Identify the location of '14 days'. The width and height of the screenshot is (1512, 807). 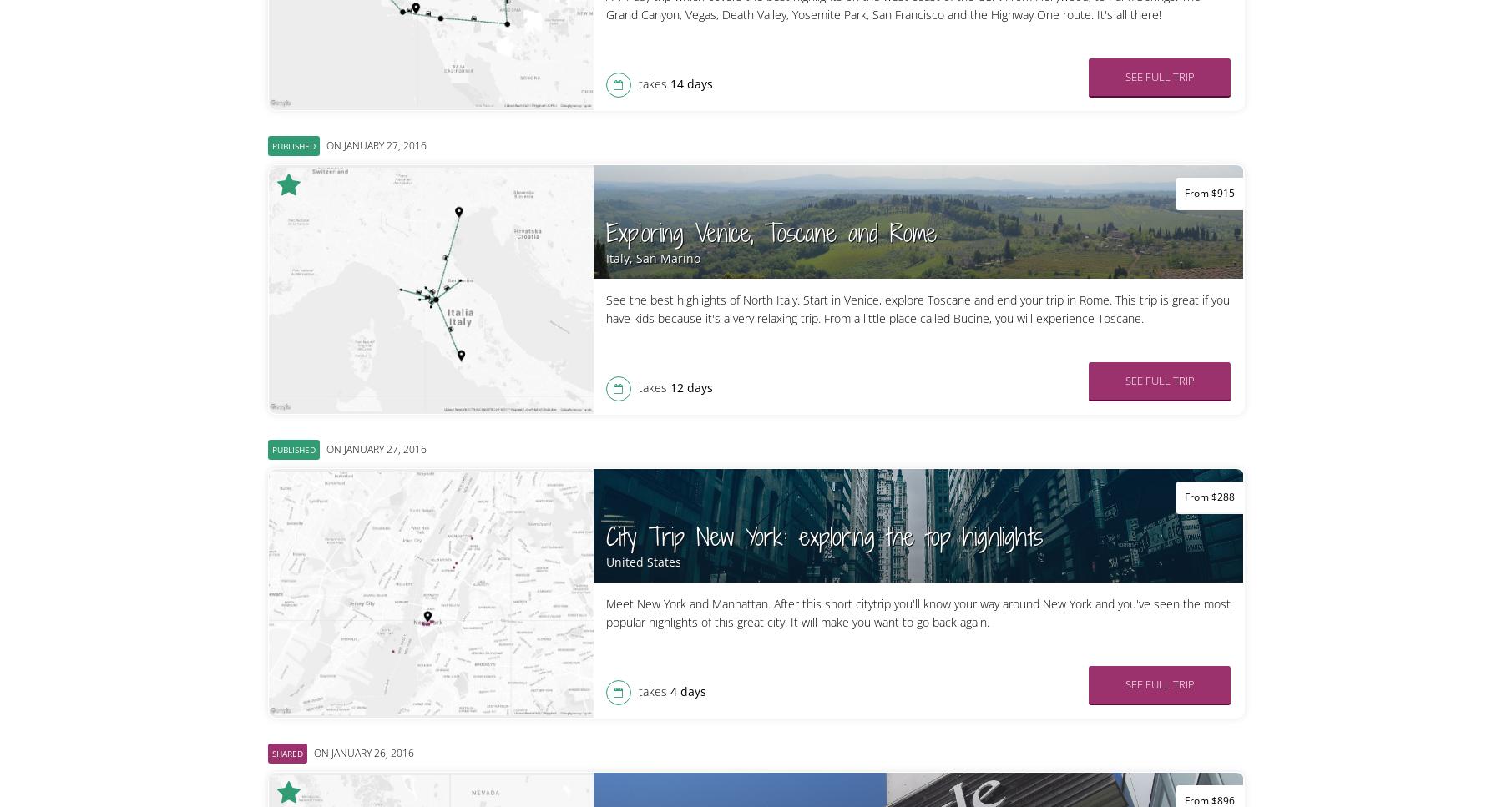
(690, 83).